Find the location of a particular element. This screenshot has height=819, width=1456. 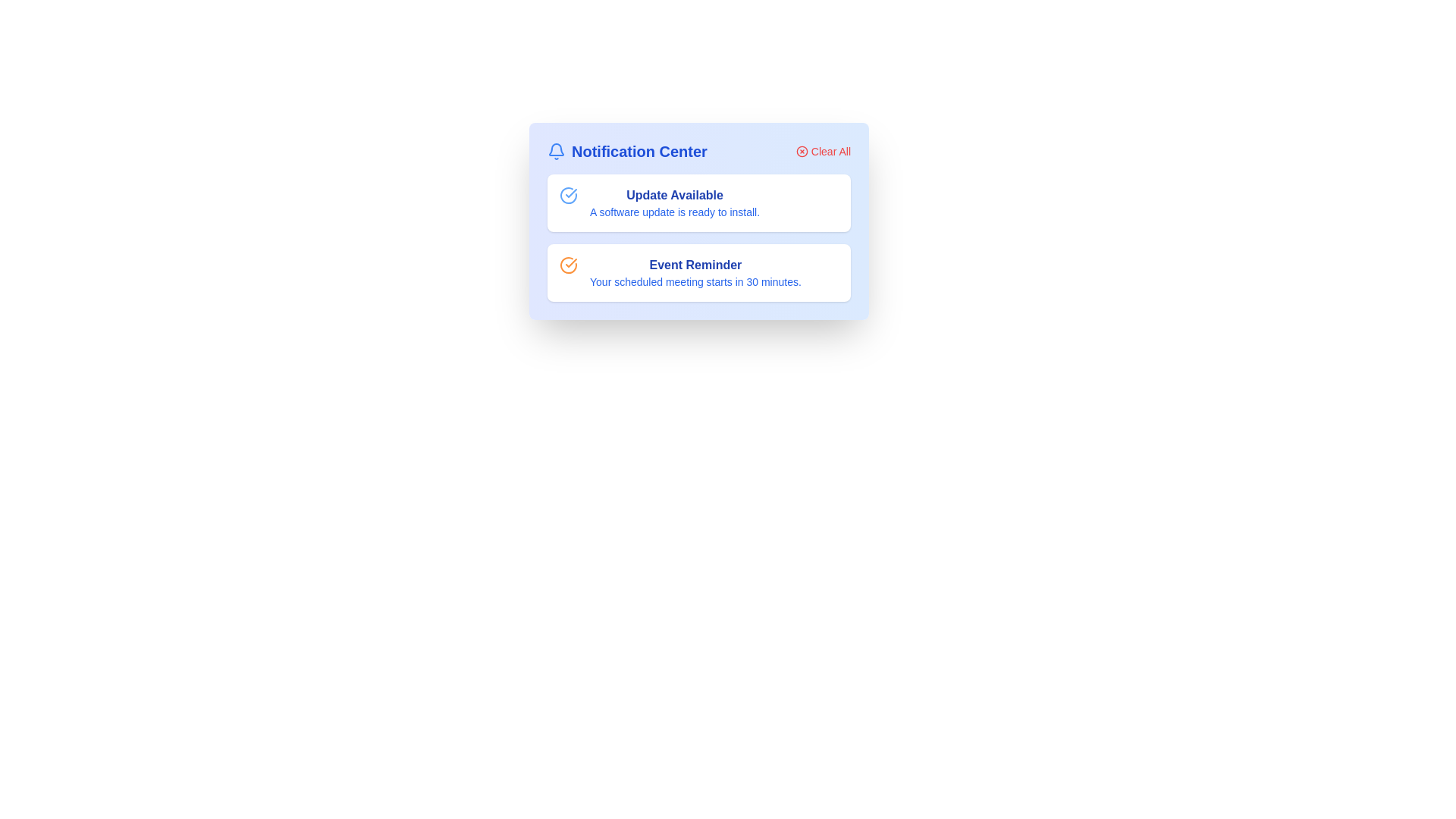

the circular icon with a blue outline and a checkmark inside, which indicates a positive status, located adjacent to the 'Update Available' text in the notification card is located at coordinates (567, 195).